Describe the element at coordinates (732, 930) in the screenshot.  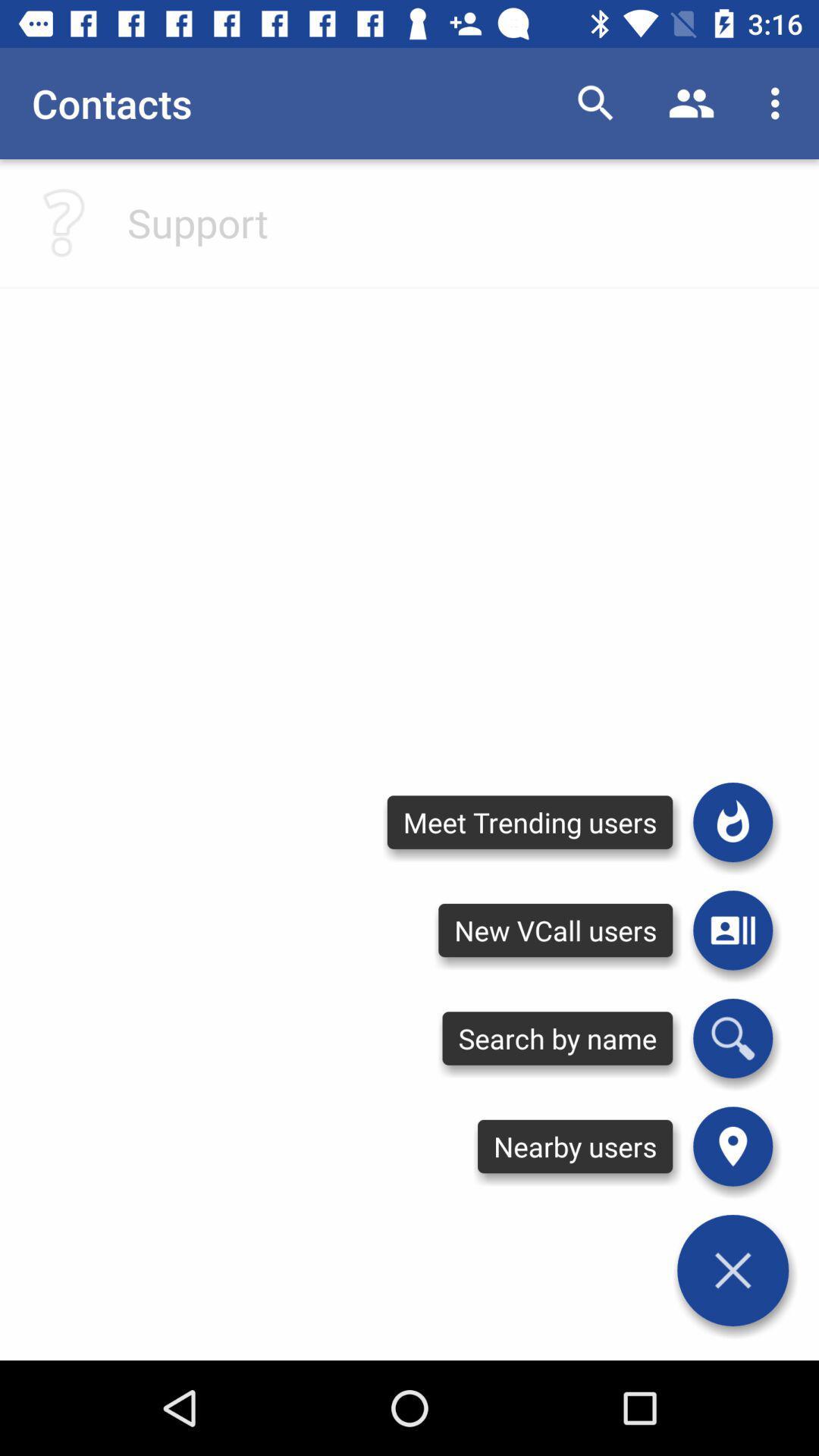
I see `a new vcall user` at that location.